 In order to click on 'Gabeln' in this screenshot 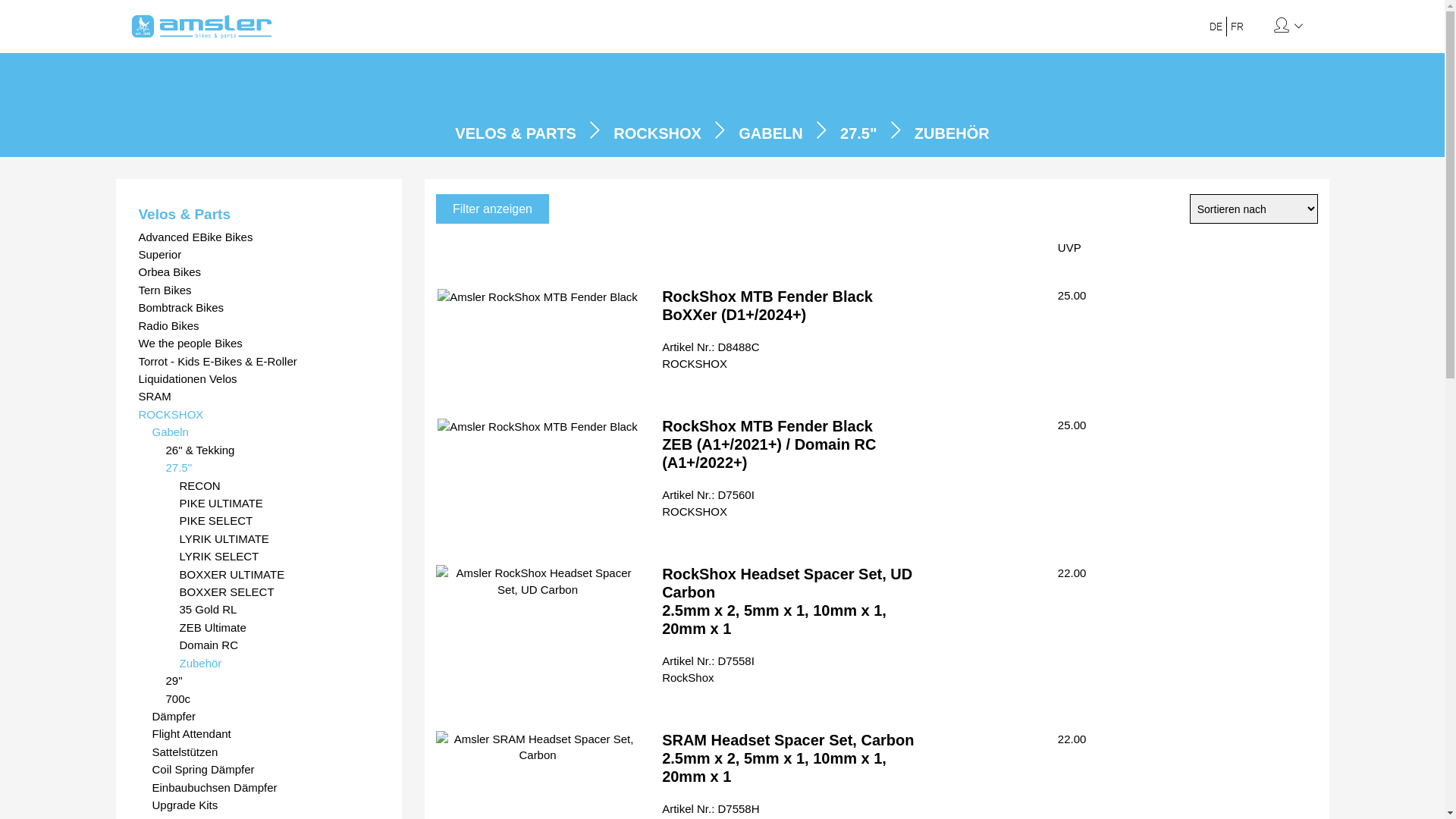, I will do `click(152, 431)`.